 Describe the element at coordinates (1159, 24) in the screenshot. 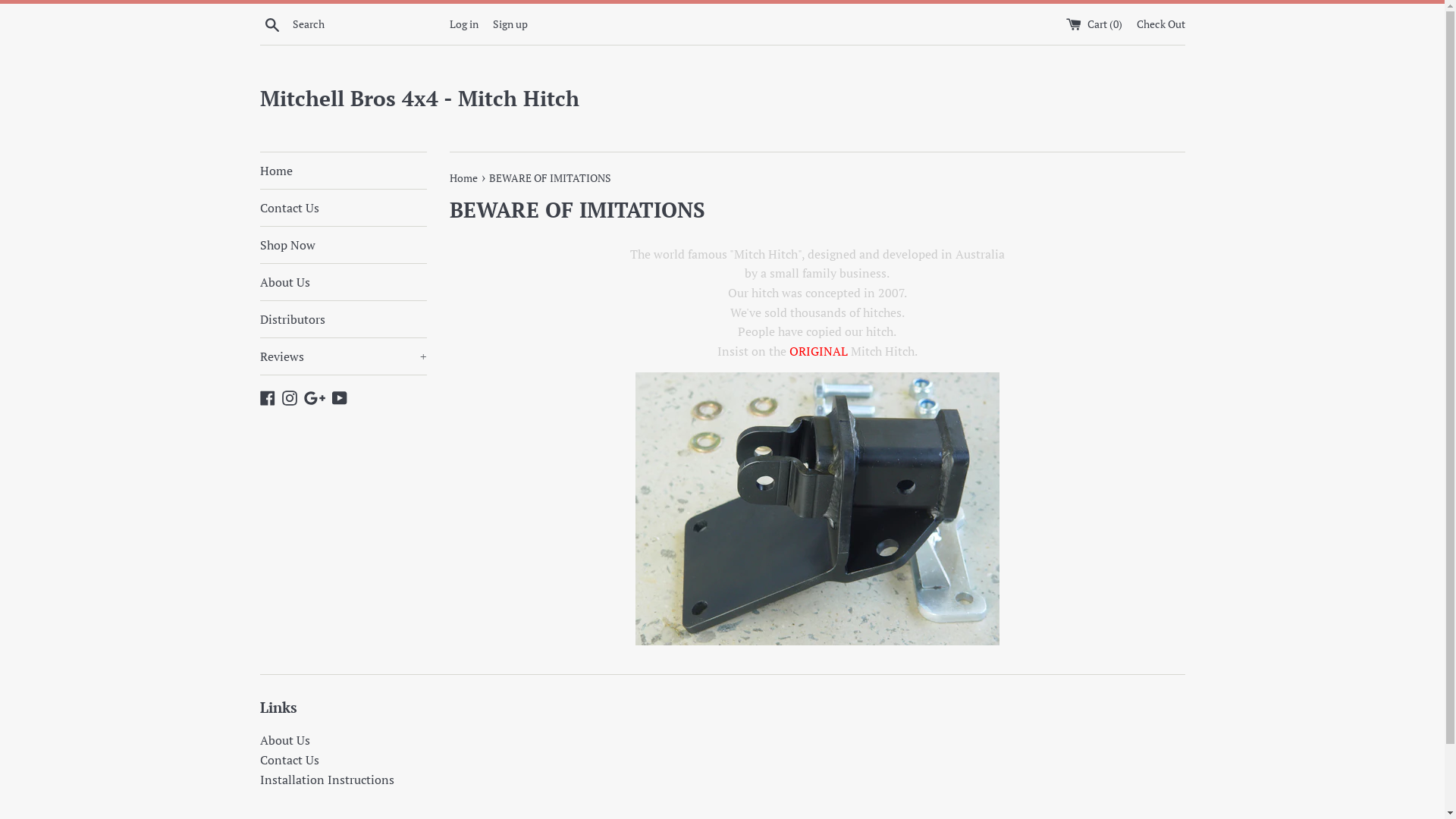

I see `'Check Out'` at that location.